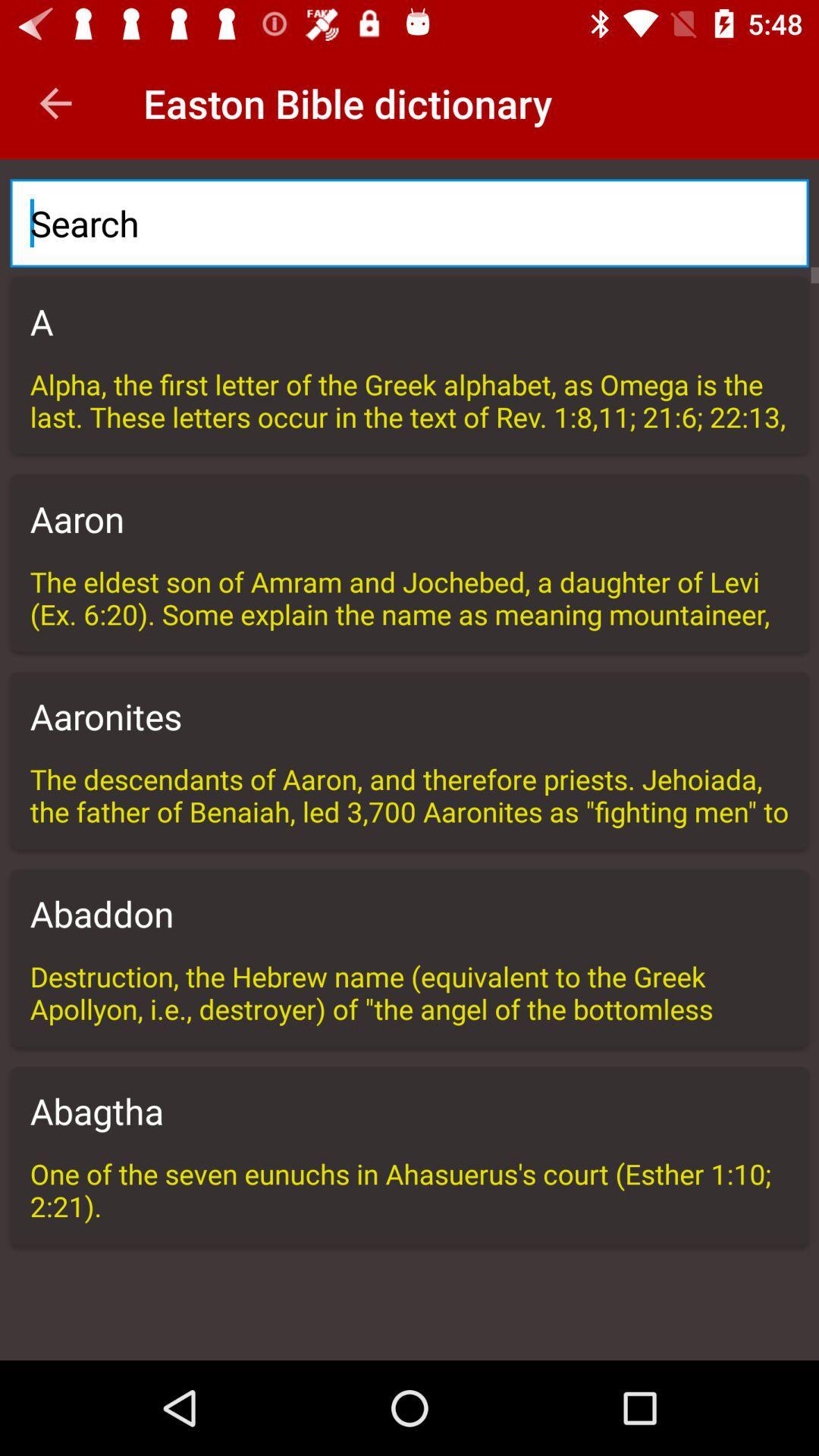 The height and width of the screenshot is (1456, 819). Describe the element at coordinates (409, 1111) in the screenshot. I see `the icon above one of the icon` at that location.